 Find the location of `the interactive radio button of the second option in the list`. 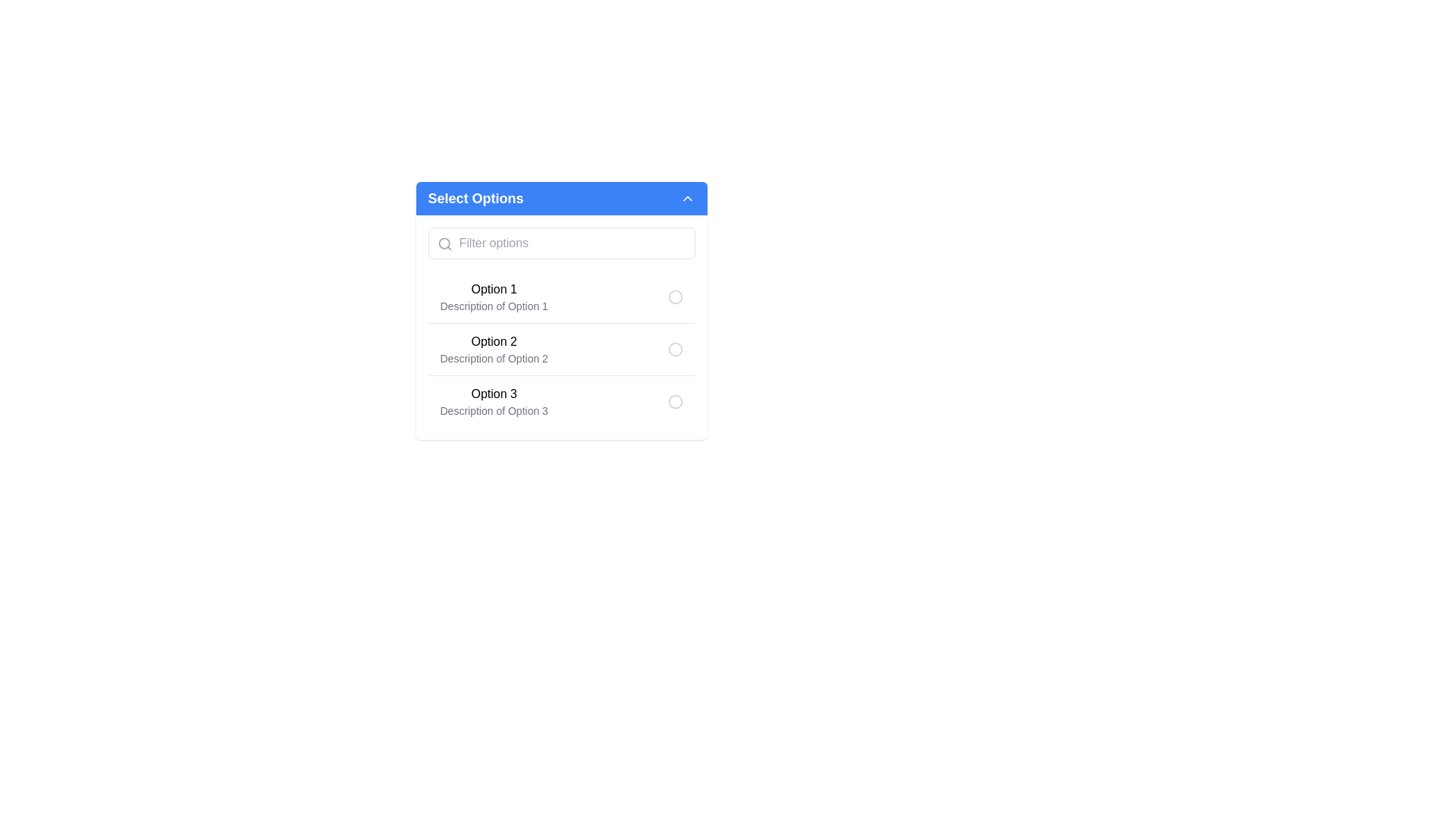

the interactive radio button of the second option in the list is located at coordinates (560, 327).